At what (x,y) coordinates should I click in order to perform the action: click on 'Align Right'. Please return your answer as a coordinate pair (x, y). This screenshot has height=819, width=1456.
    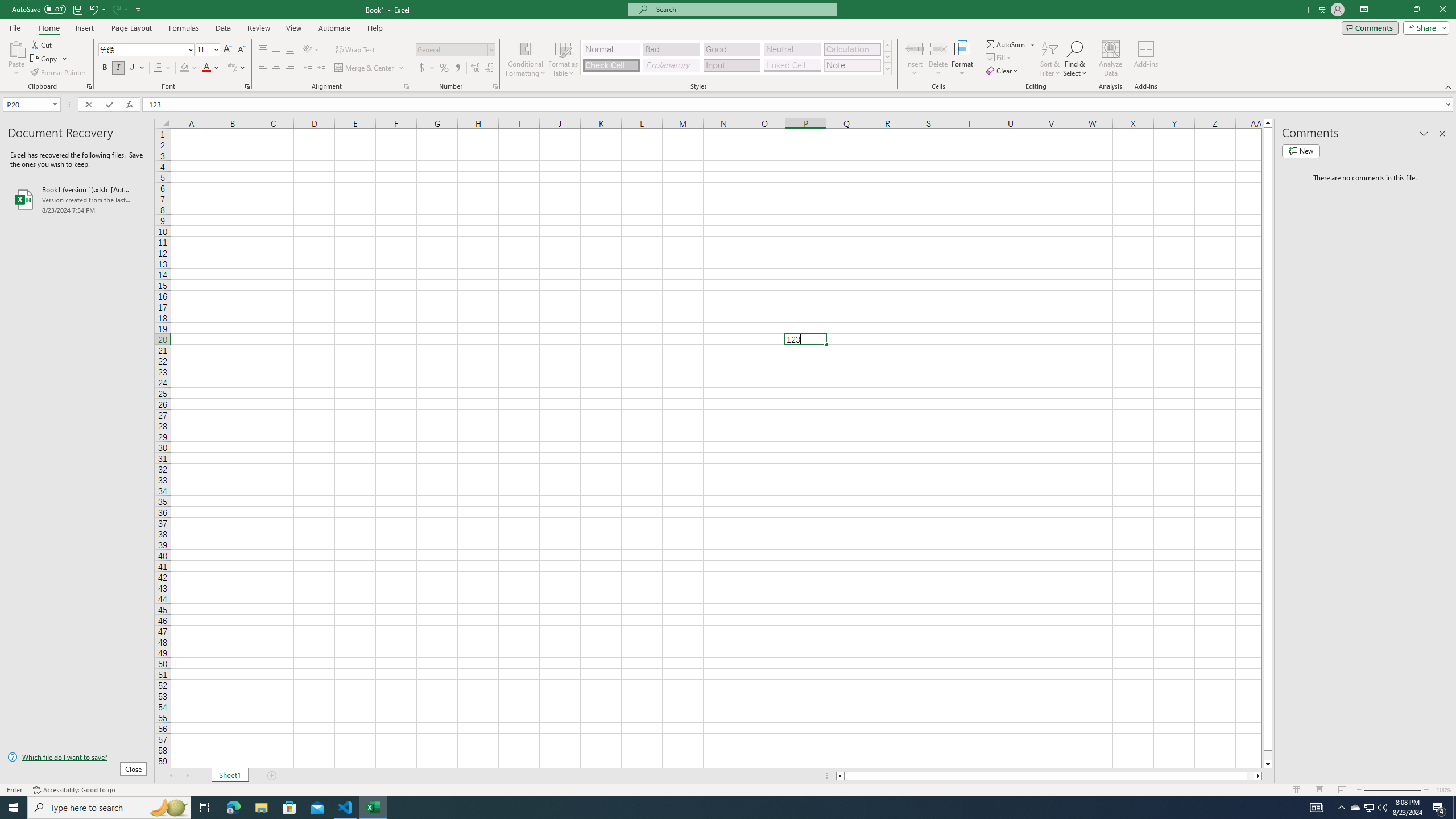
    Looking at the image, I should click on (289, 67).